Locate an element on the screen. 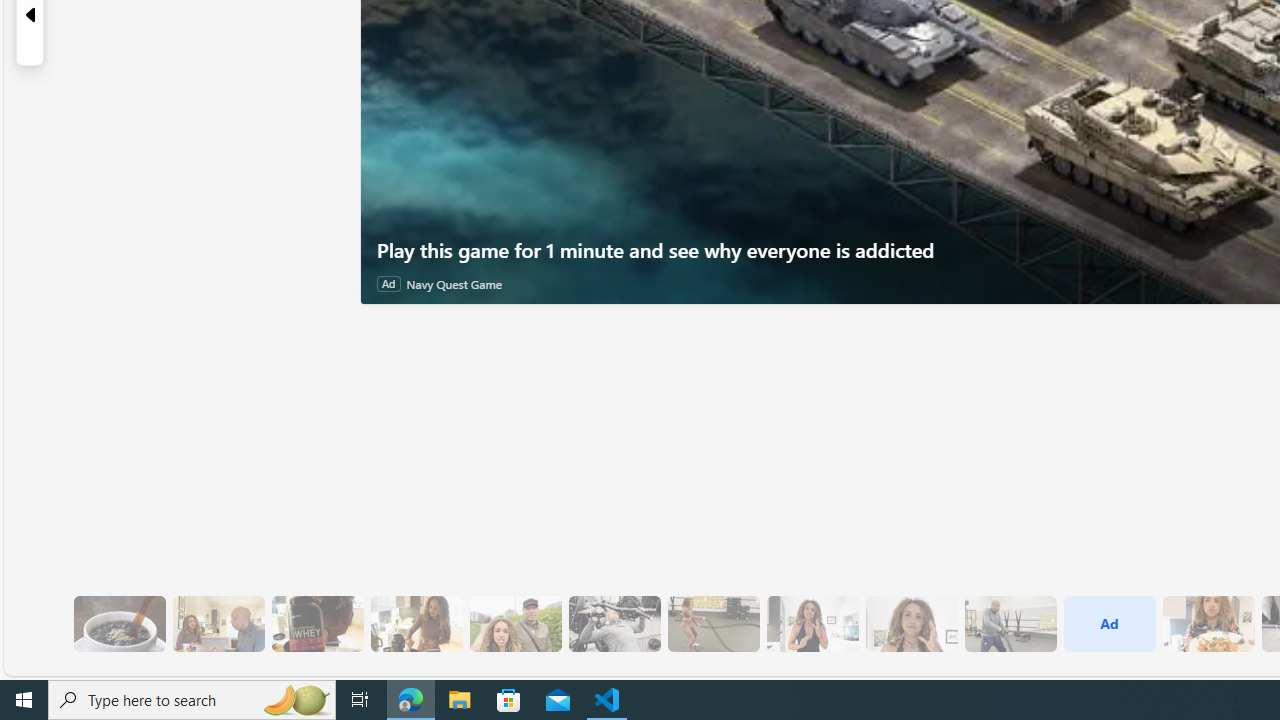  'Navy Quest Game' is located at coordinates (453, 283).